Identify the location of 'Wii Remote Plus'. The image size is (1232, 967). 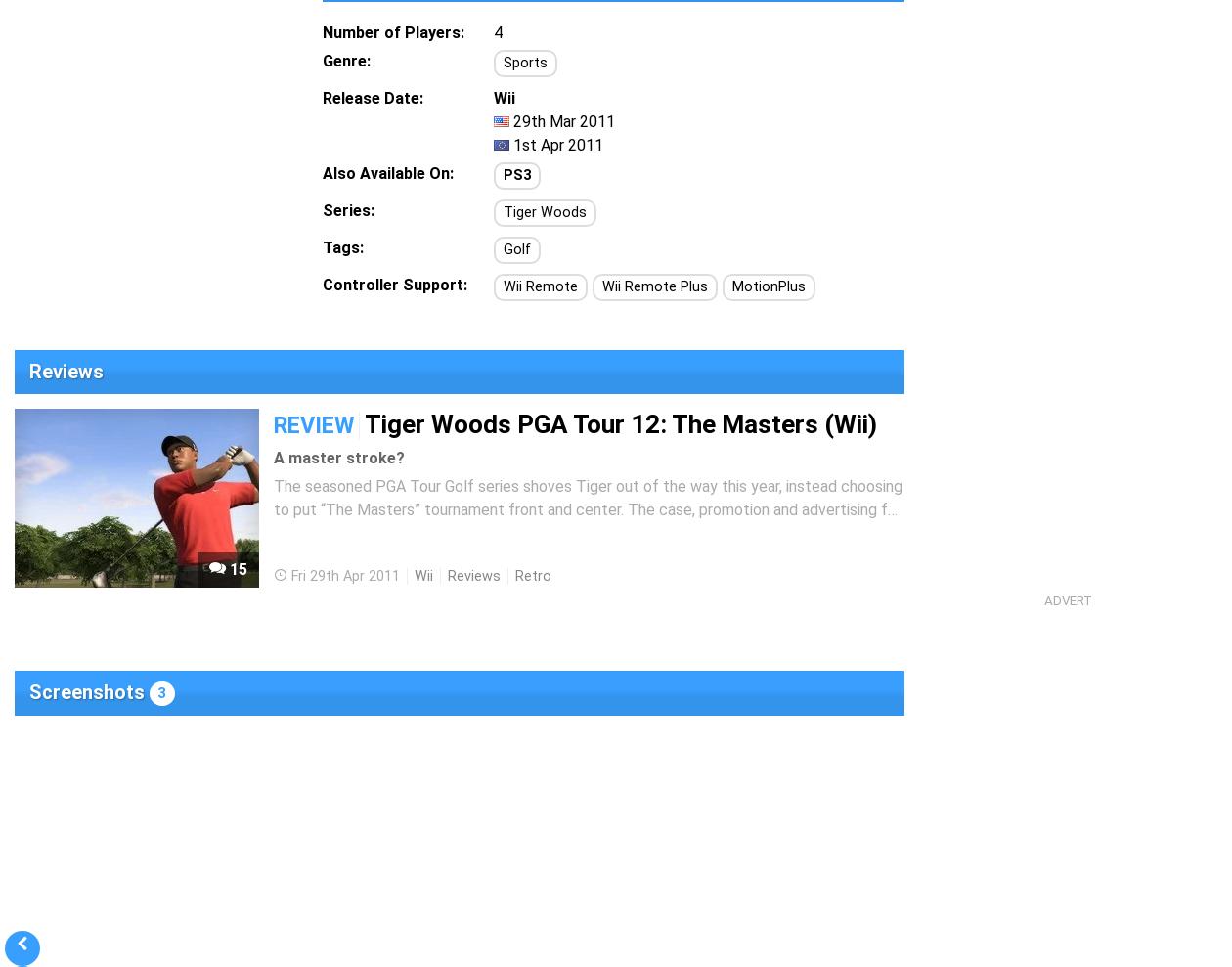
(602, 286).